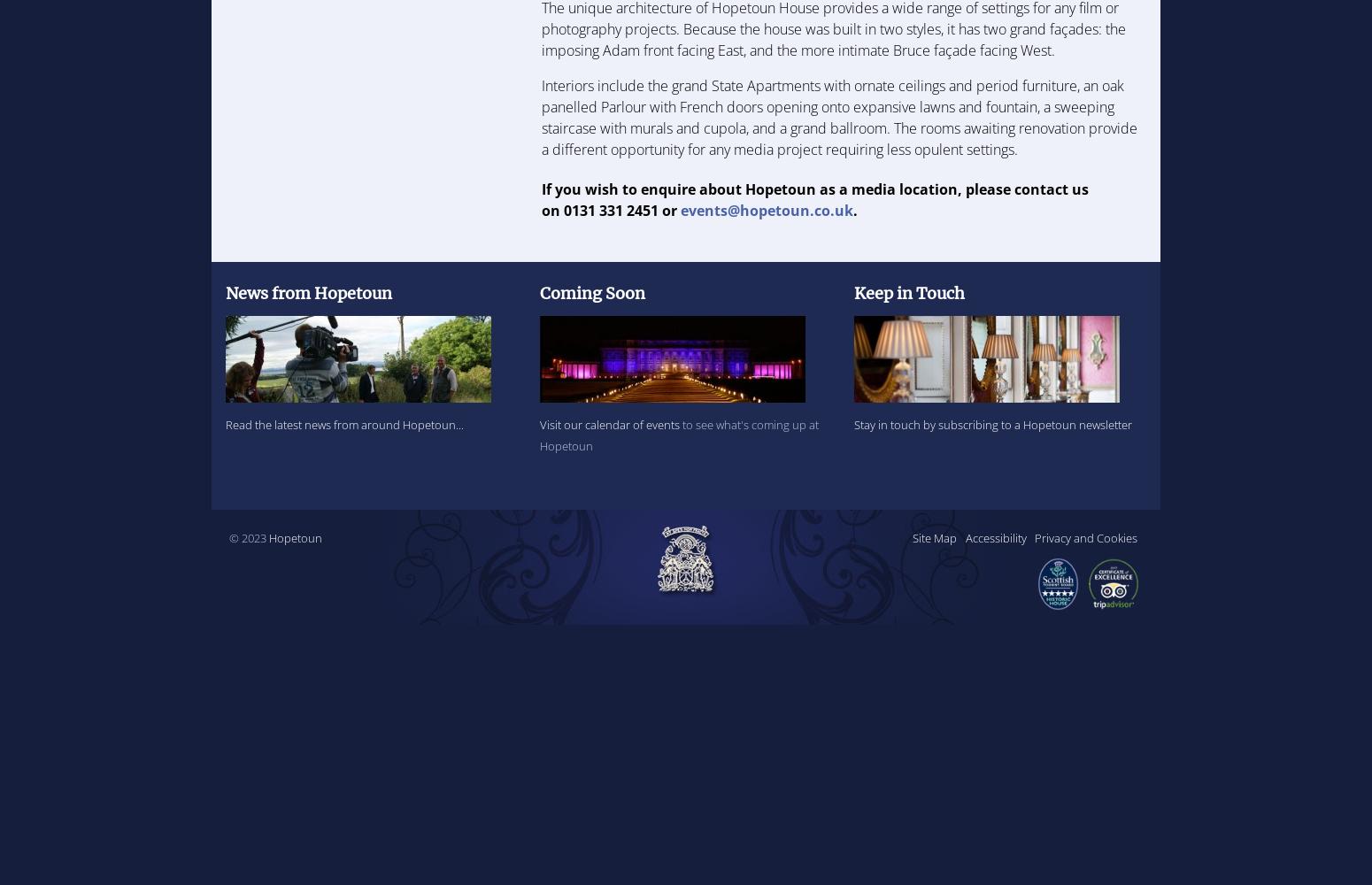  What do you see at coordinates (541, 117) in the screenshot?
I see `'Interiors include the grand State Apartments with ornate ceilings and period furniture, an oak panelled Parlour with French doors opening onto expansive lawns and fountain, a sweeping staircase with murals and cupola, and a grand ballroom. The rooms awaiting renovation provide a different opportunity for any media project requiring less opulent settings.'` at bounding box center [541, 117].